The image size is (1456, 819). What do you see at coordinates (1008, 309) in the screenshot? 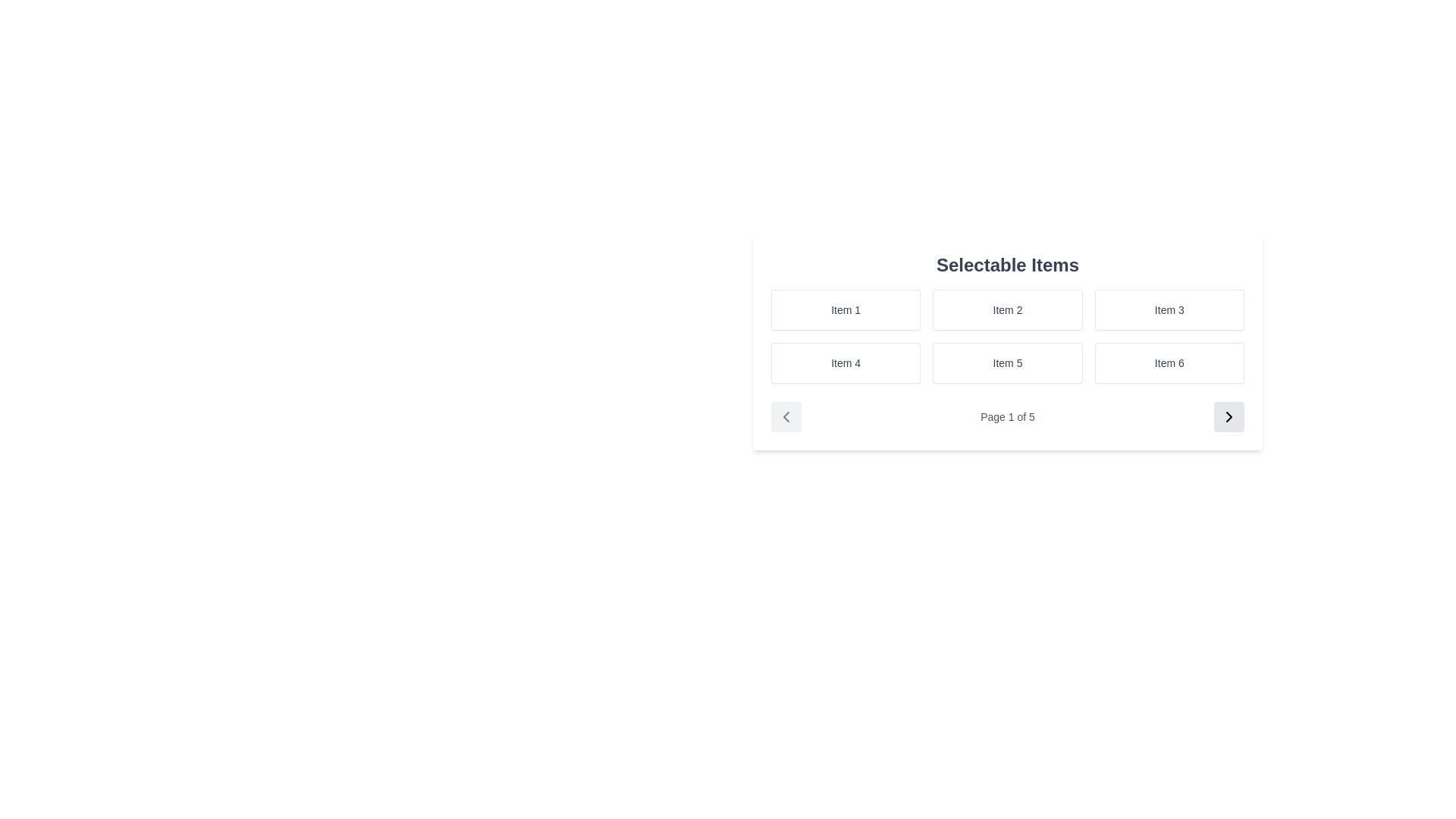
I see `the button-like selectable item labeled 'Item 2'` at bounding box center [1008, 309].